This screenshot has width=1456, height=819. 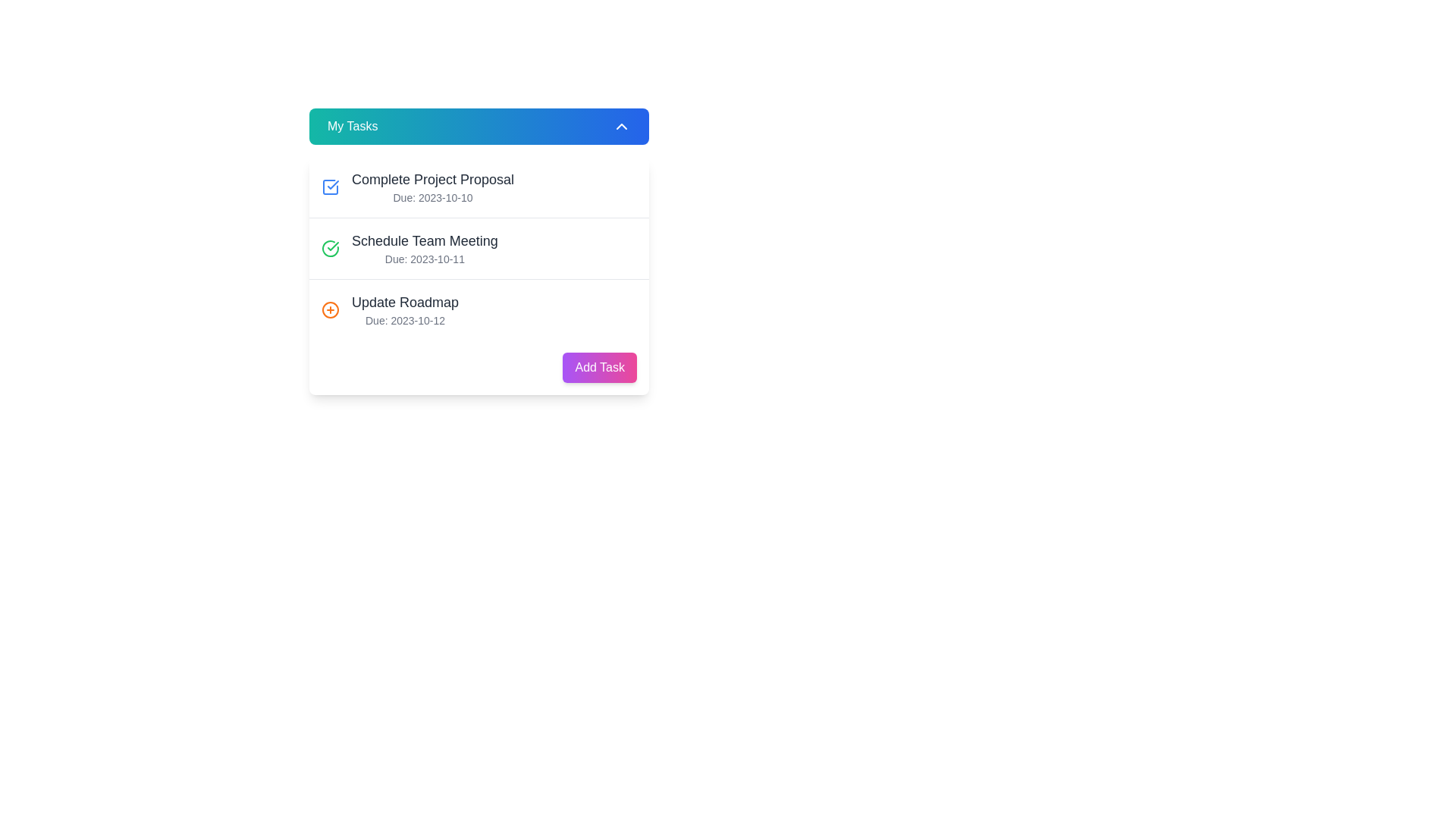 I want to click on the 'Update Roadmap' text block element for accessibility navigation, so click(x=405, y=309).